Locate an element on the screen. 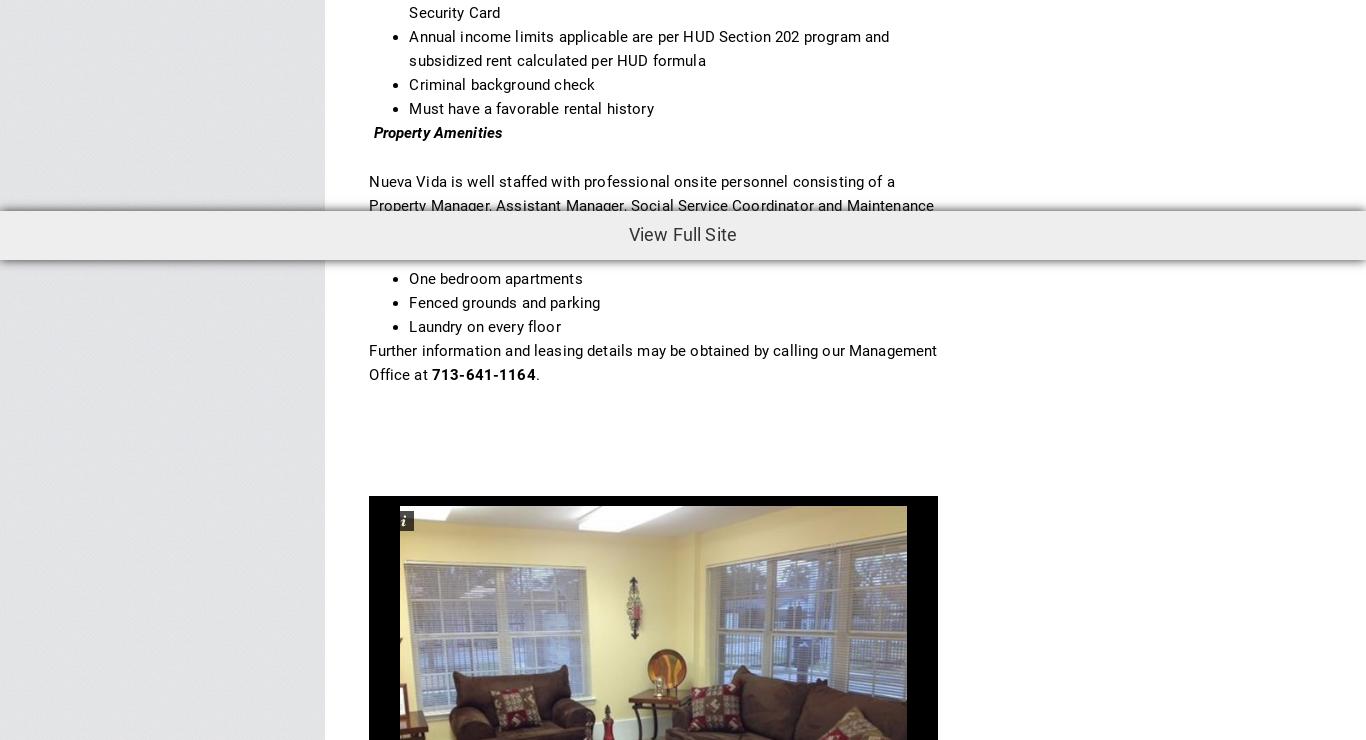  '.' is located at coordinates (536, 372).